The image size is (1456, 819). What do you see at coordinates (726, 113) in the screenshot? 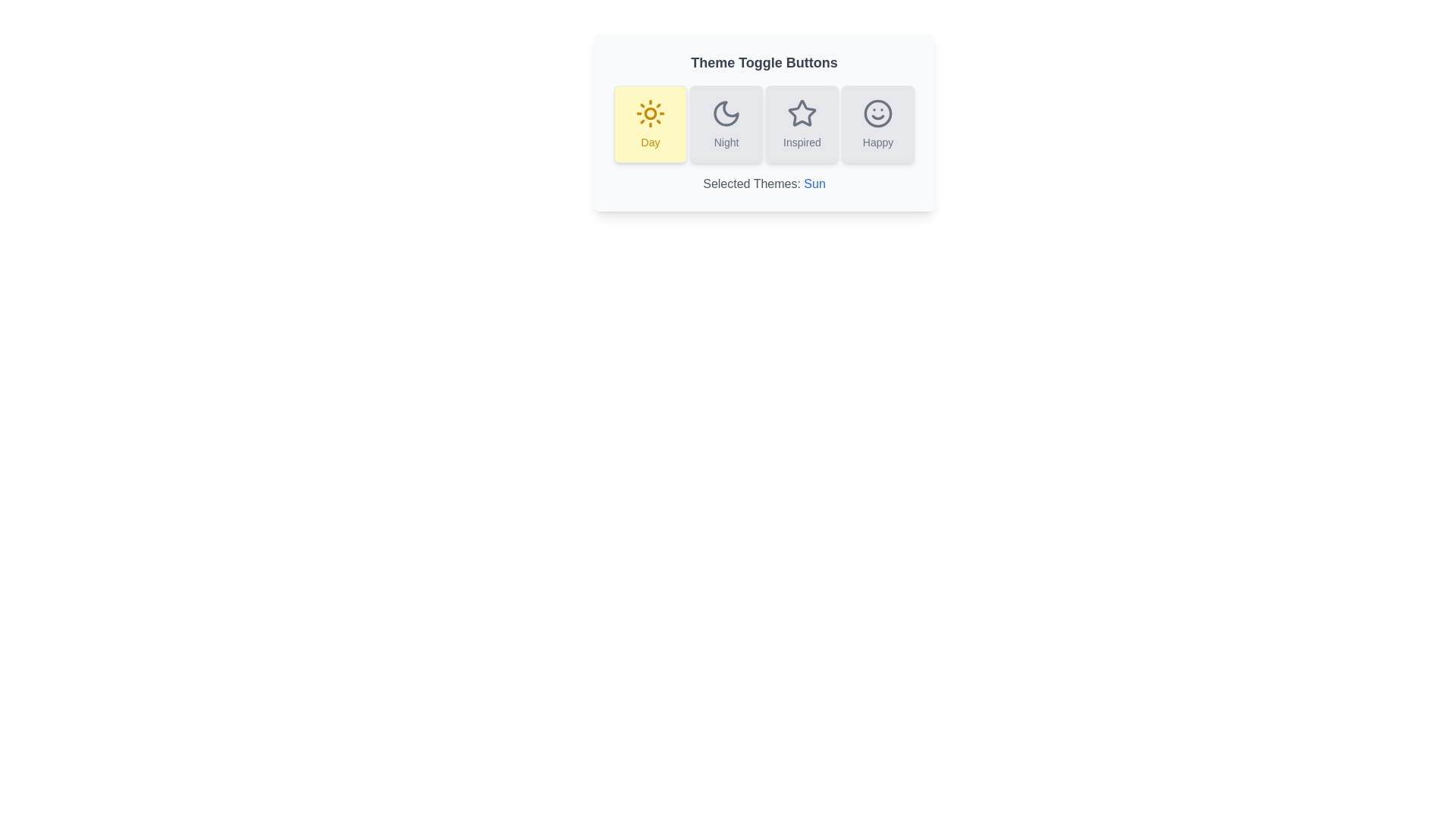
I see `the moon-shaped icon inside the 'Night' themed toggle button` at bounding box center [726, 113].